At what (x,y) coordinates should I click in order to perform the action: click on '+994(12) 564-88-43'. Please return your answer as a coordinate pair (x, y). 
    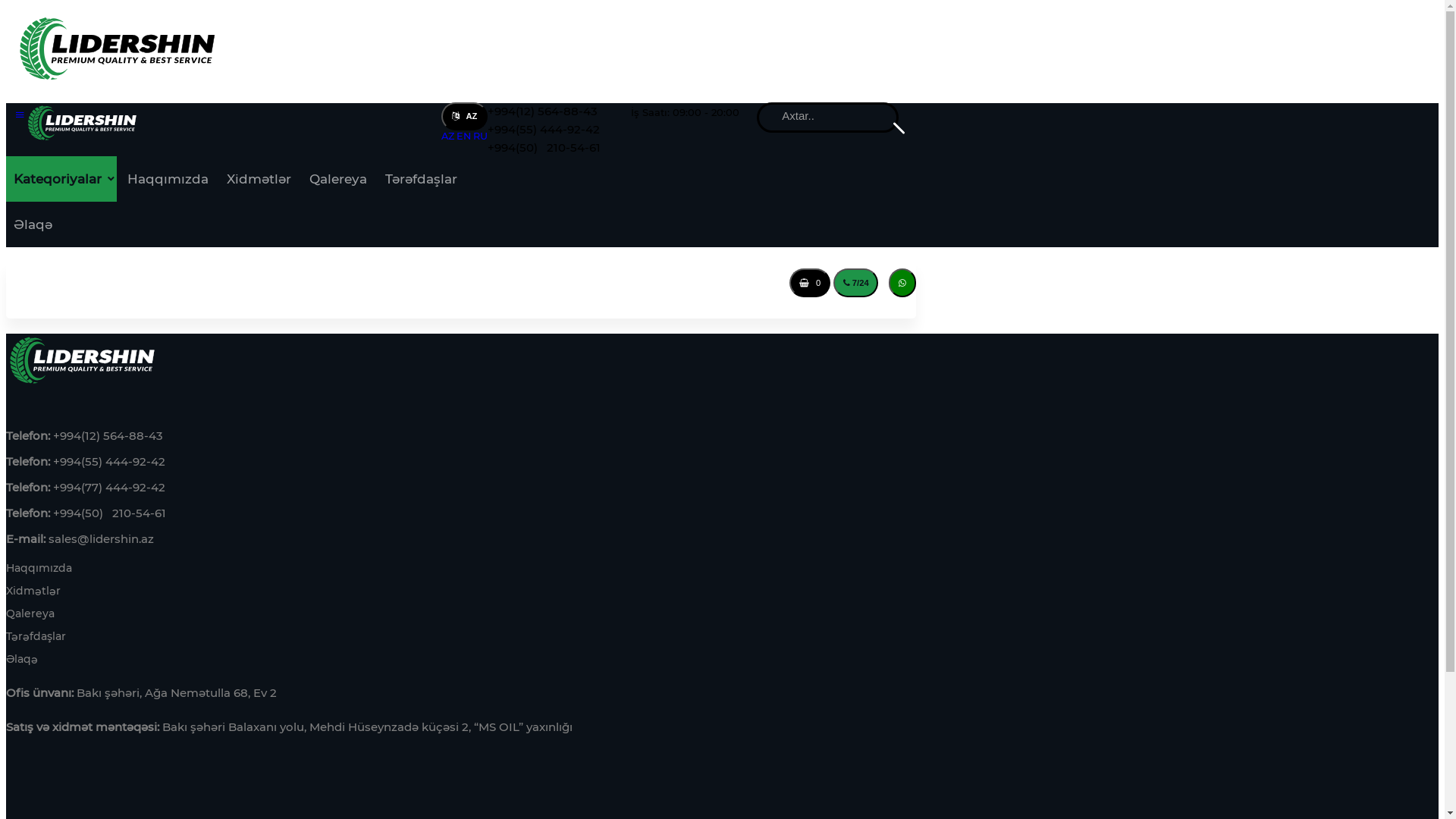
    Looking at the image, I should click on (488, 110).